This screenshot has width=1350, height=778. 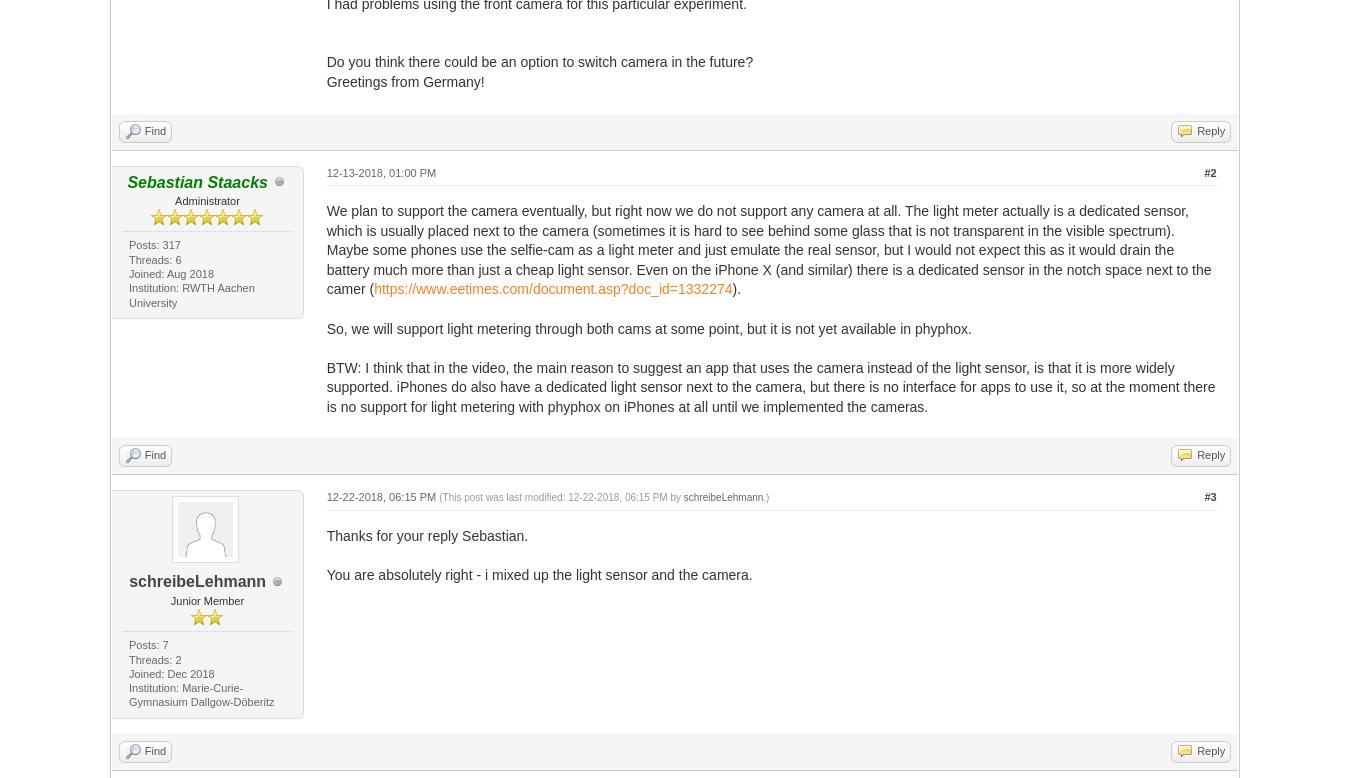 I want to click on 'Threads: 6', so click(x=154, y=257).